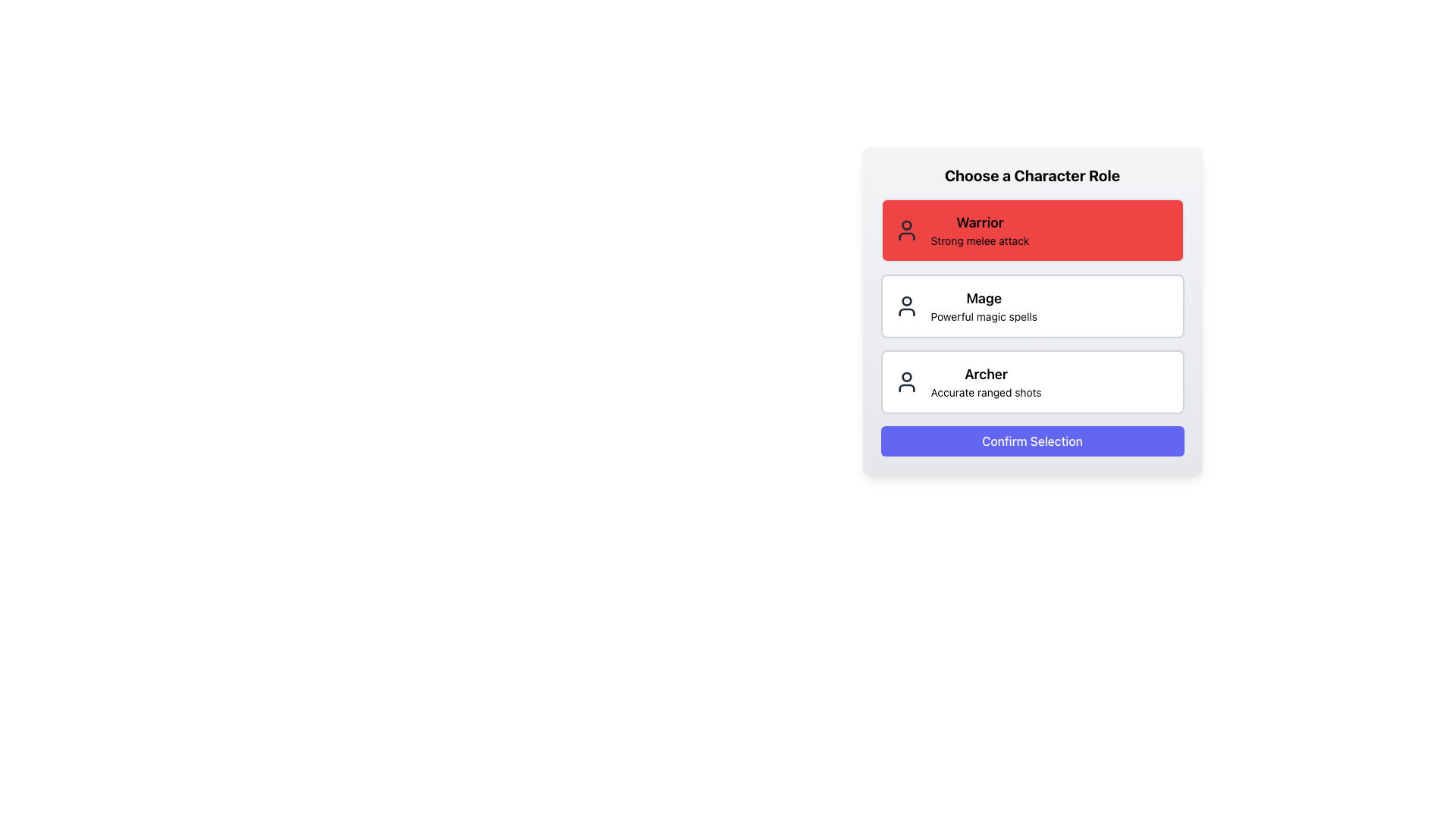 This screenshot has height=819, width=1456. What do you see at coordinates (906, 376) in the screenshot?
I see `the circular shape within the third user profile icon representing the 'Archer' role under the 'Choose a Character Role' heading` at bounding box center [906, 376].